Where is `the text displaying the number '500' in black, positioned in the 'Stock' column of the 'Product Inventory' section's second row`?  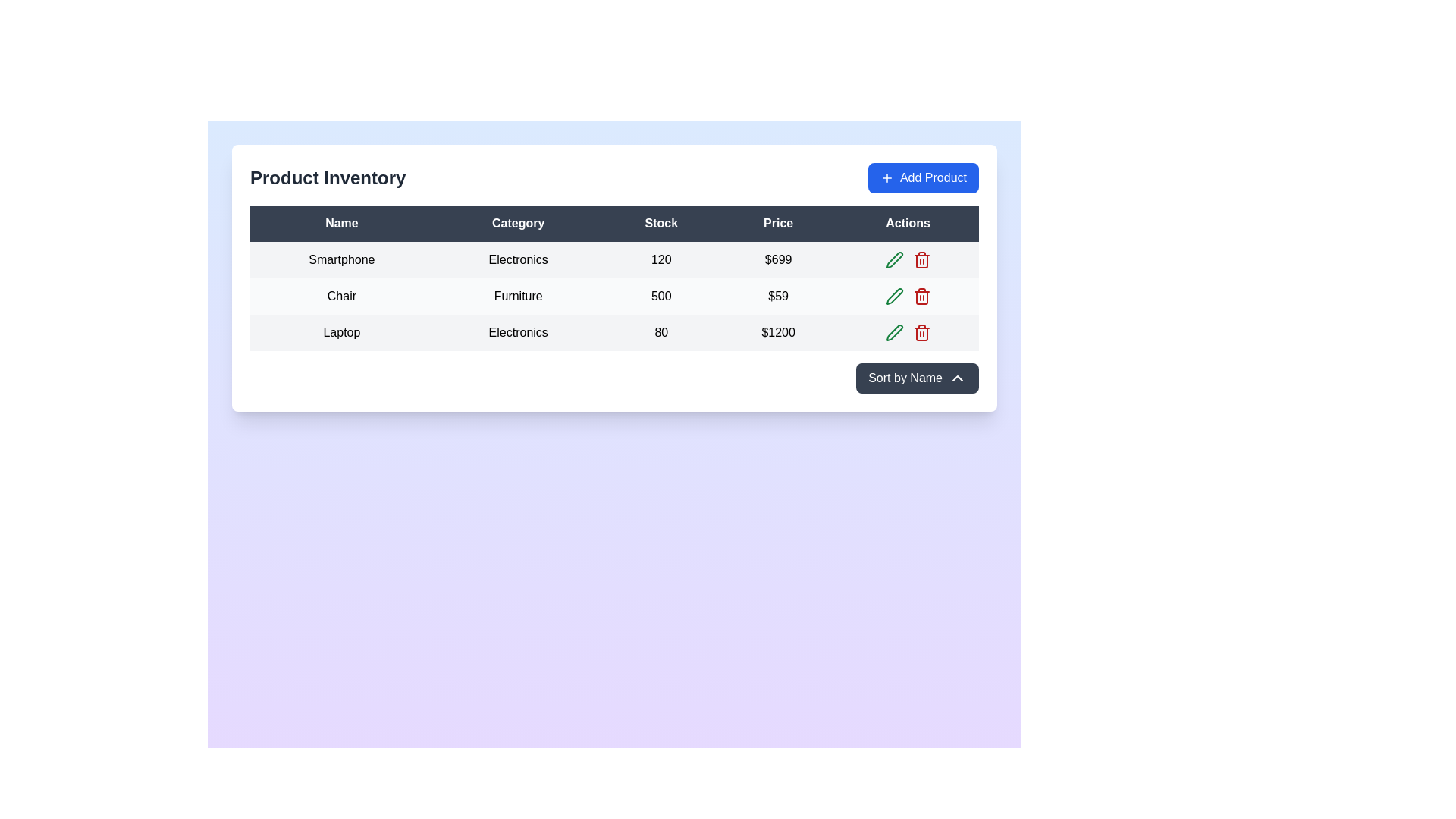
the text displaying the number '500' in black, positioned in the 'Stock' column of the 'Product Inventory' section's second row is located at coordinates (661, 296).